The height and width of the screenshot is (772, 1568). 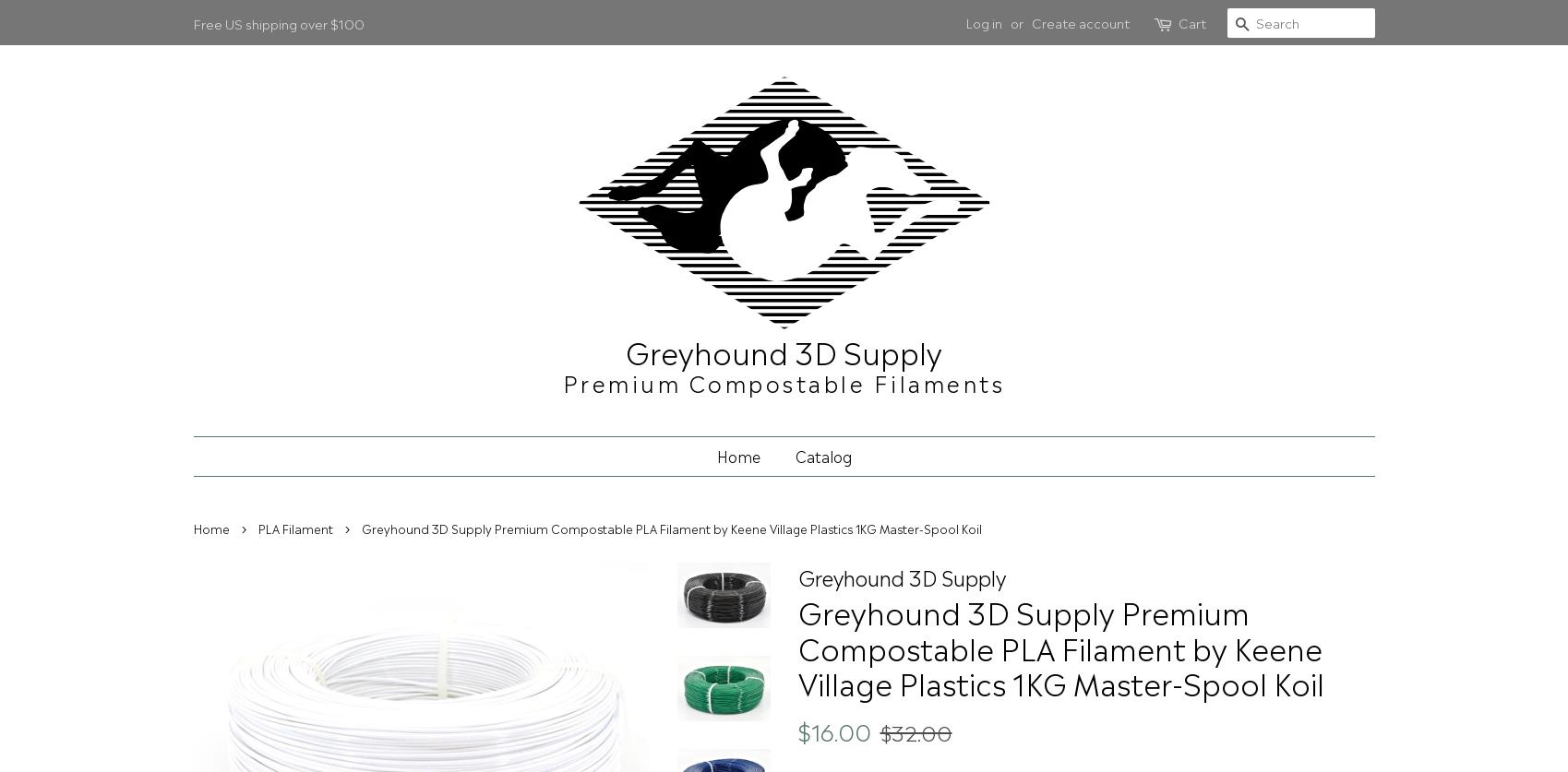 I want to click on '$16.00', so click(x=796, y=730).